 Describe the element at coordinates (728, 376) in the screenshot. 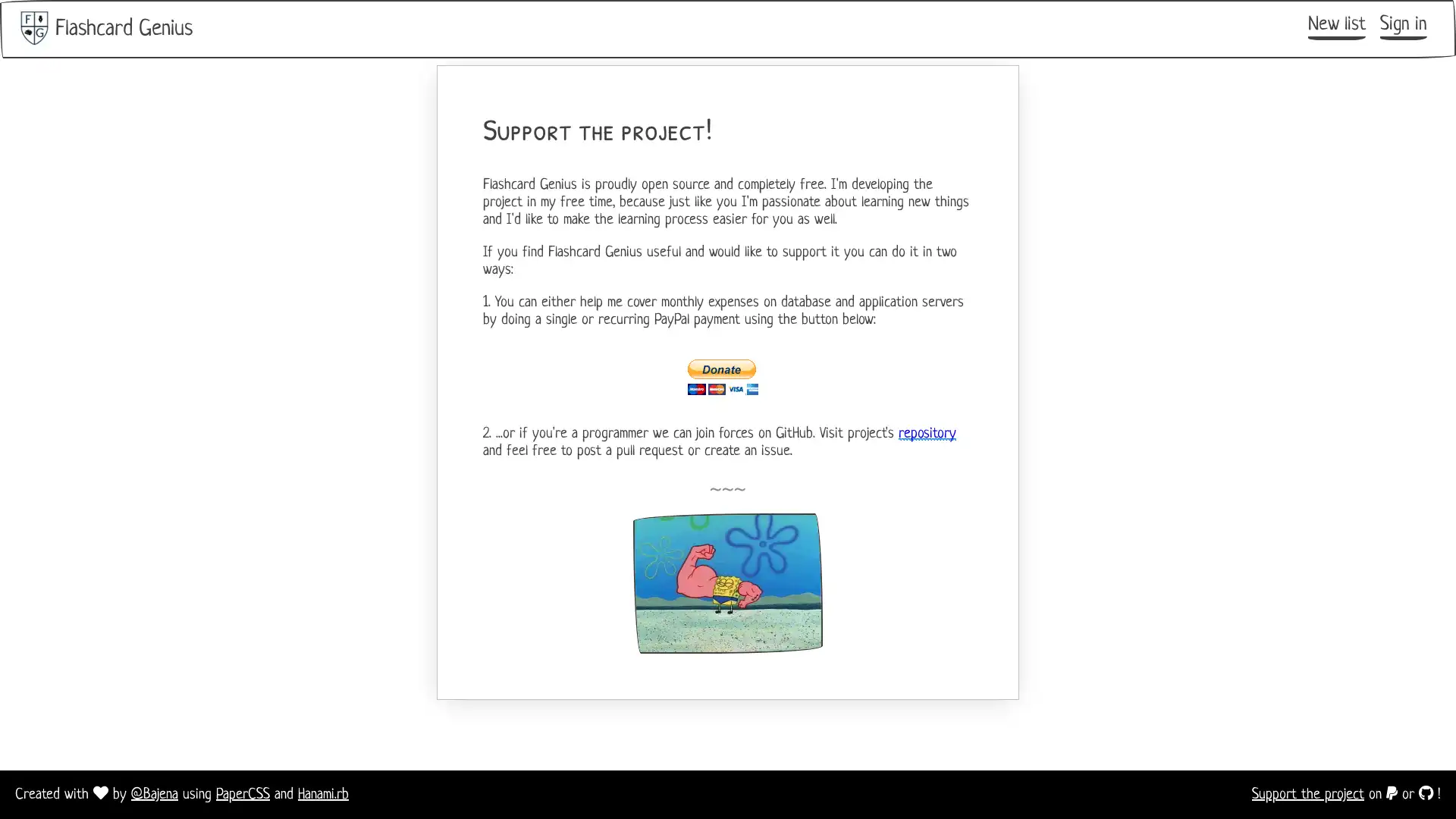

I see `Donate with PayPal button` at that location.